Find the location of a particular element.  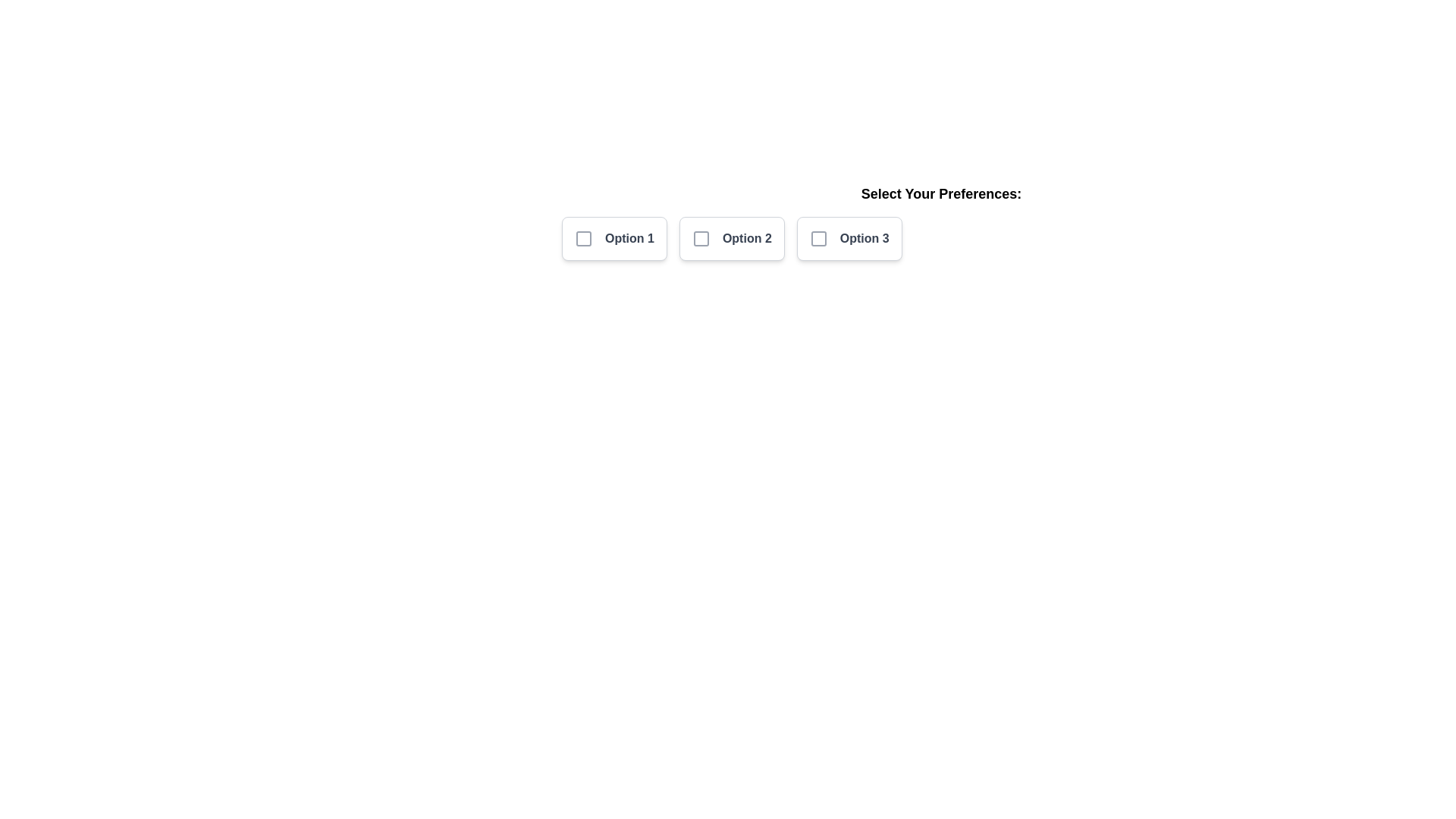

the checkbox located to the immediate left of the text 'Option 3' is located at coordinates (817, 239).